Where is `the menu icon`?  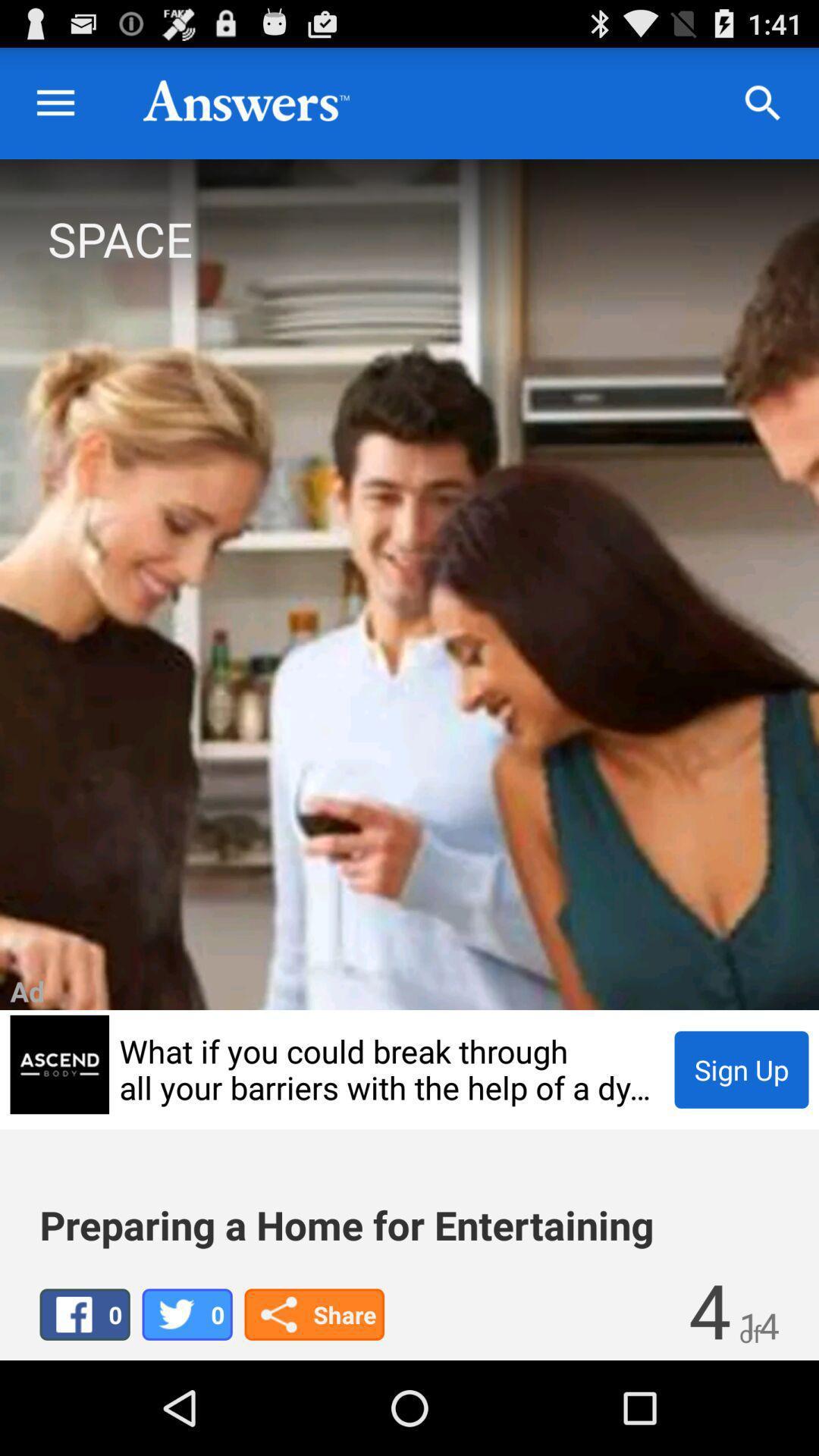
the menu icon is located at coordinates (55, 110).